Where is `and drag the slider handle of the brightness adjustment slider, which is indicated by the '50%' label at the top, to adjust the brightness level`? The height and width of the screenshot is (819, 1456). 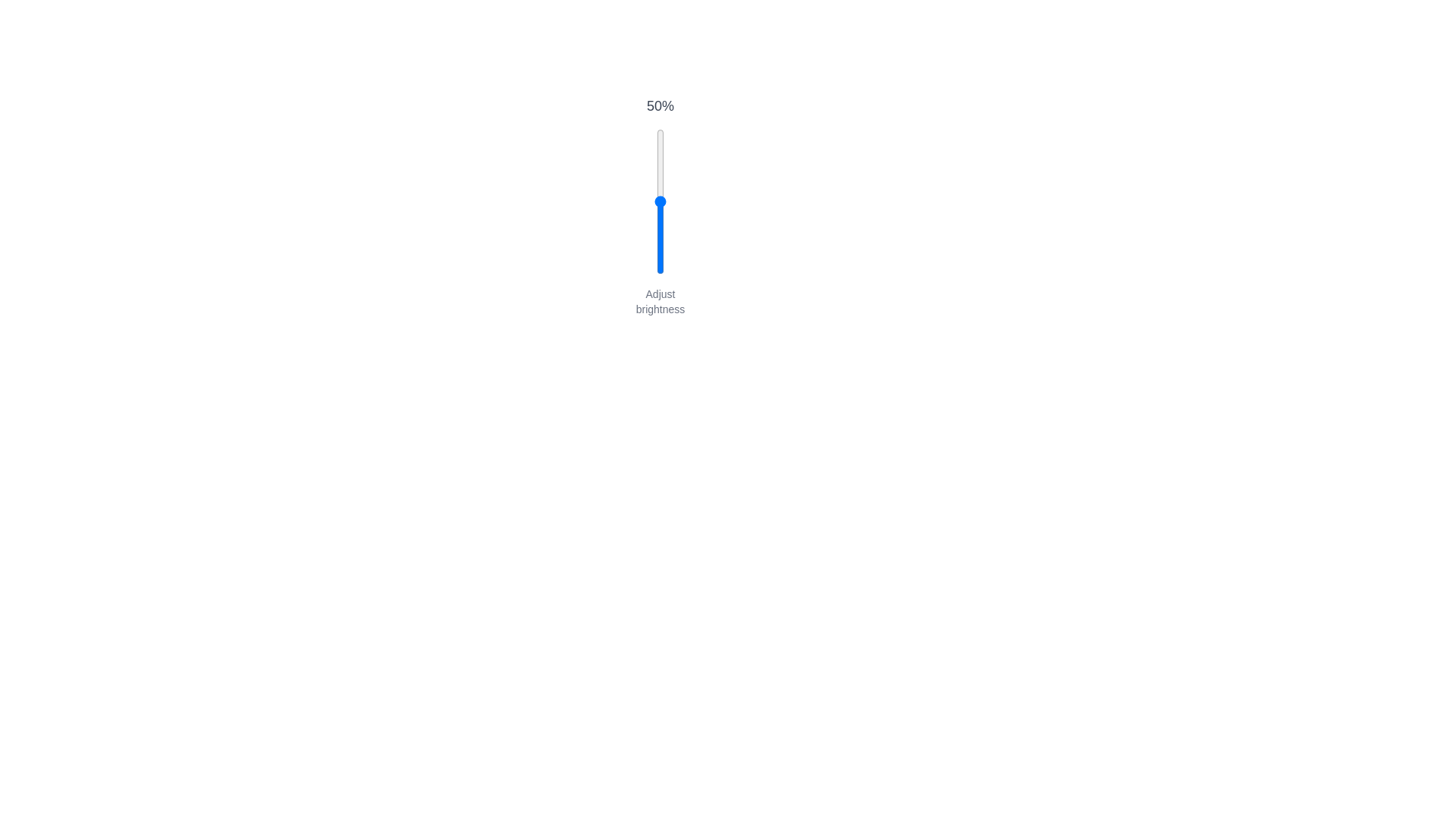
and drag the slider handle of the brightness adjustment slider, which is indicated by the '50%' label at the top, to adjust the brightness level is located at coordinates (660, 206).